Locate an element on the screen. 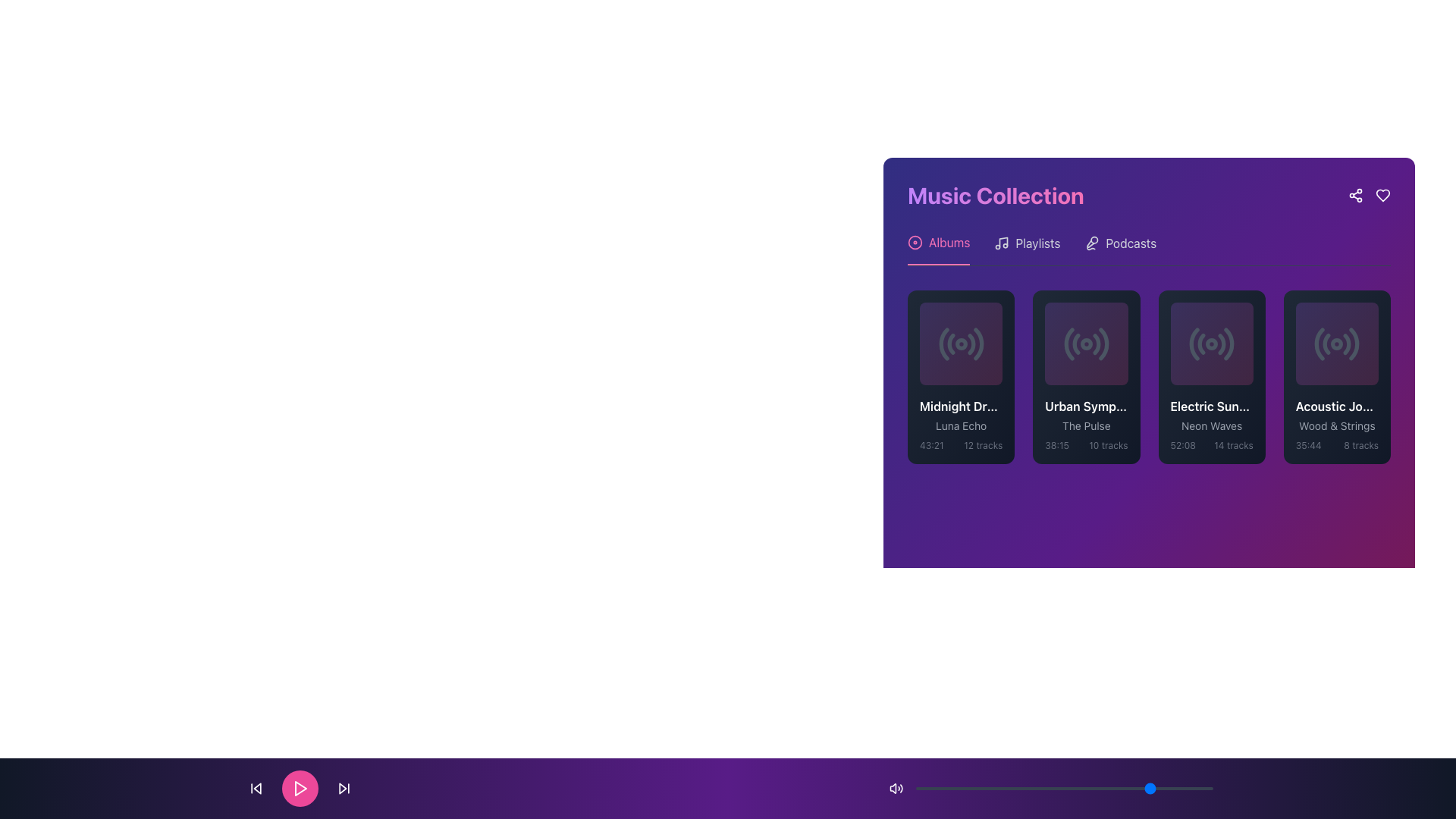 This screenshot has height=819, width=1456. the central play button in the footer bar, which is styled with a gradient background and encircled in pink is located at coordinates (728, 788).